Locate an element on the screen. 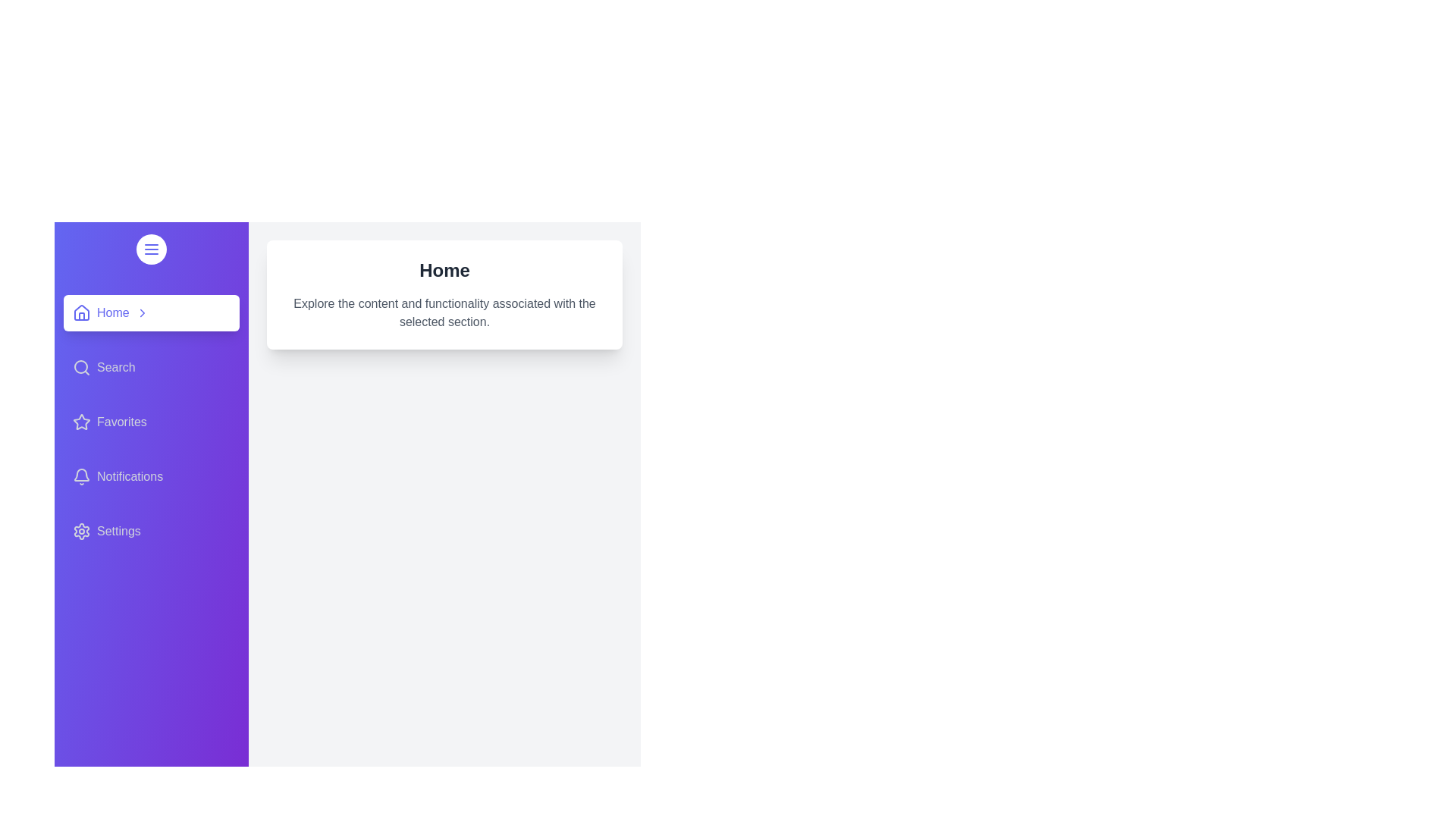 Image resolution: width=1456 pixels, height=819 pixels. the section labeled Home by clicking on its label in the sidebar is located at coordinates (152, 312).